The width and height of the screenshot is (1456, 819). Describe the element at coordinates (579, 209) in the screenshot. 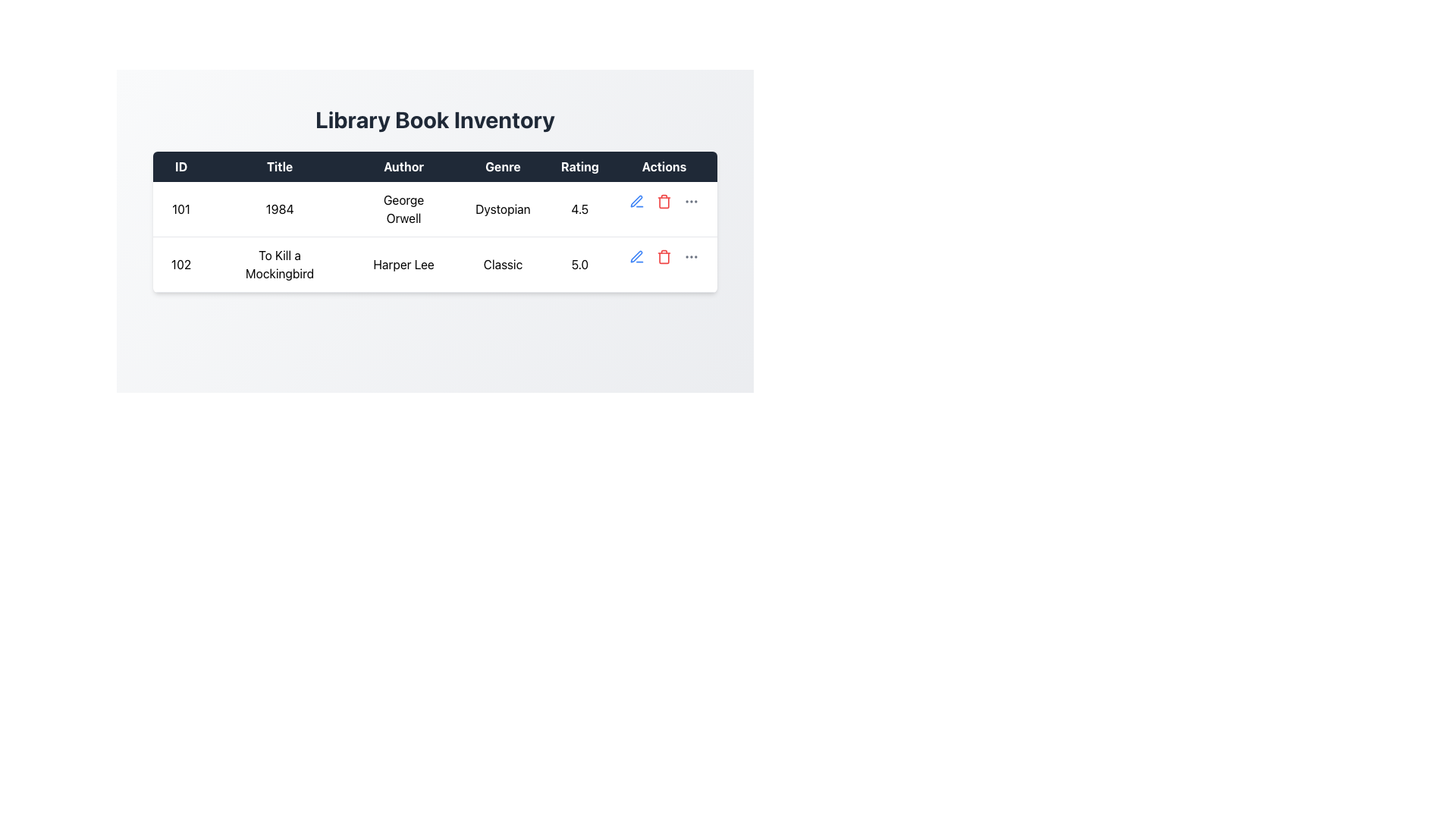

I see `the static text element displaying the rating of the book '1984' in the library inventory system, located in the 'Rating' column of the first row` at that location.